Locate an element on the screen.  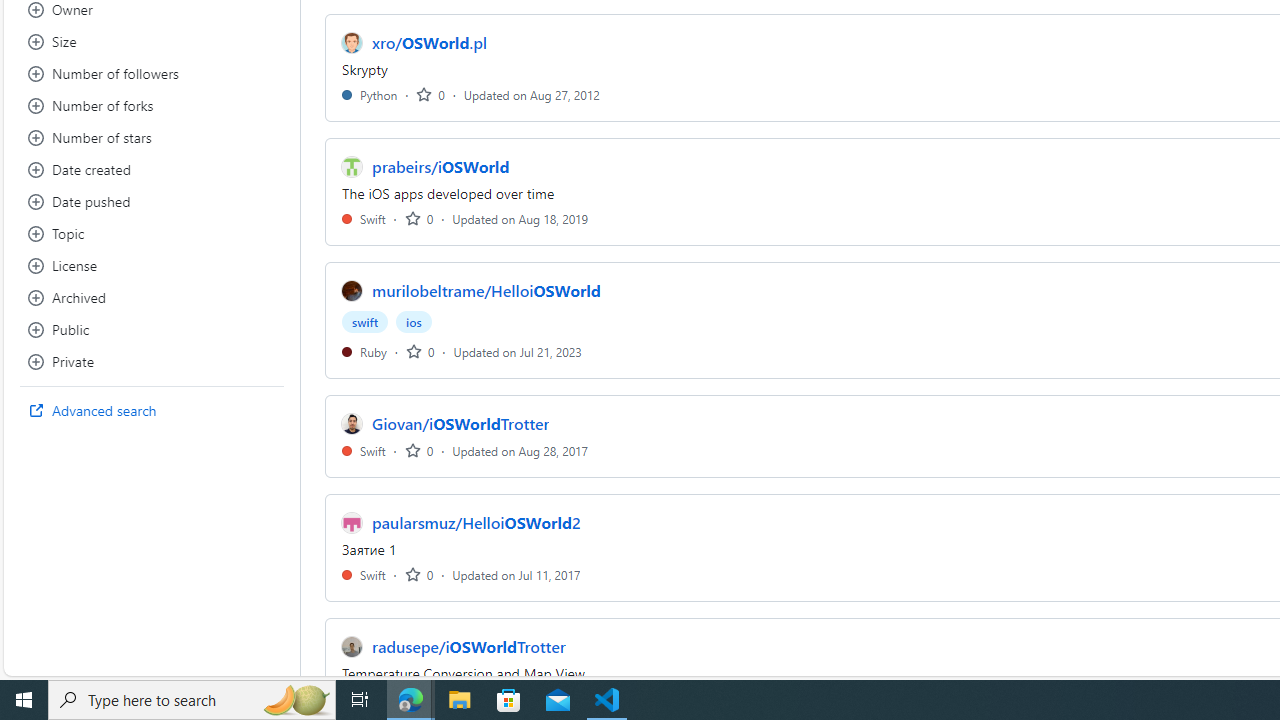
'Updated on Aug 27, 2012' is located at coordinates (531, 94).